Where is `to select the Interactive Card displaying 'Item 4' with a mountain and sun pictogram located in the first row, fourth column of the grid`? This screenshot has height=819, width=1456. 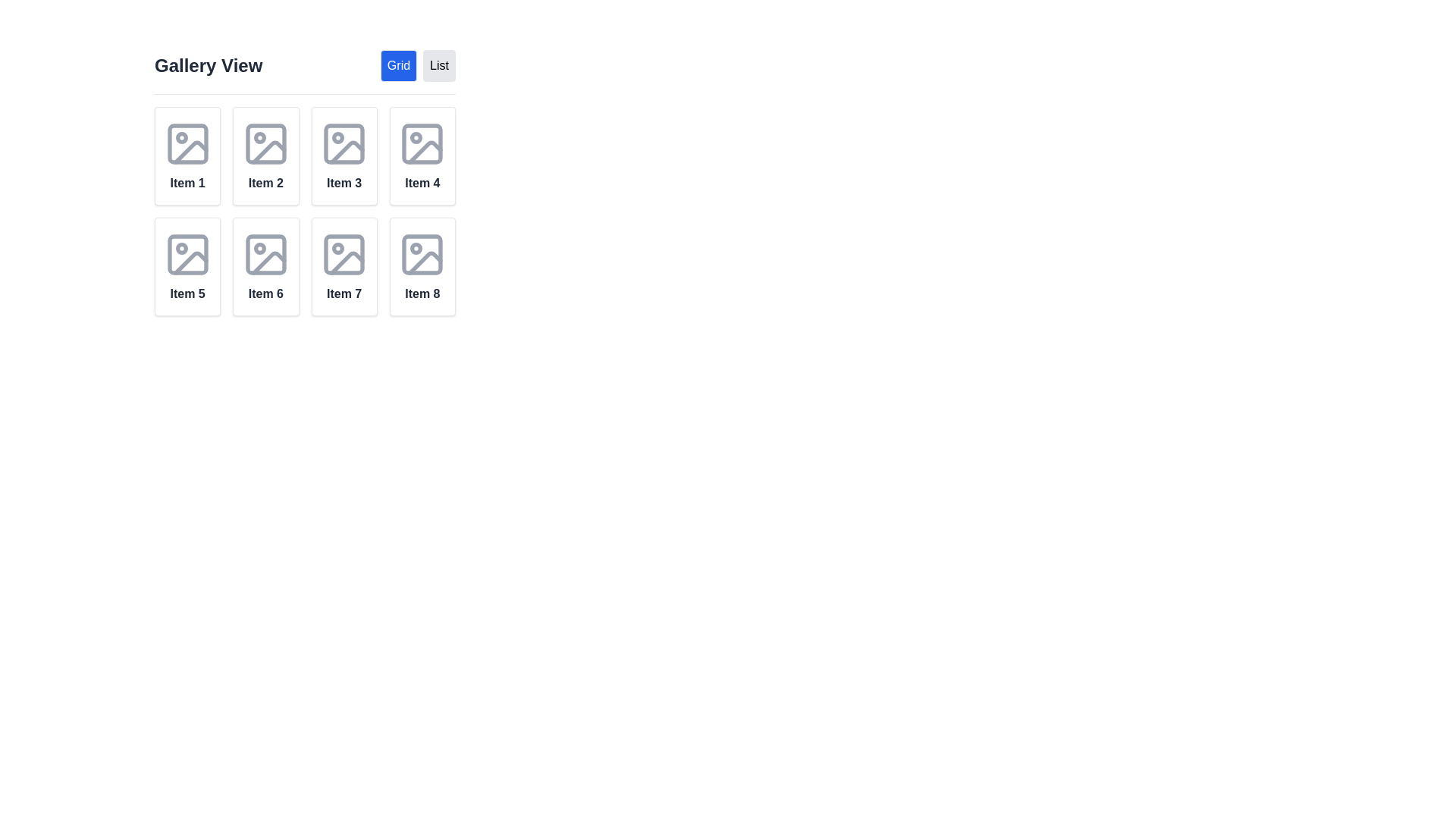 to select the Interactive Card displaying 'Item 4' with a mountain and sun pictogram located in the first row, fourth column of the grid is located at coordinates (422, 155).